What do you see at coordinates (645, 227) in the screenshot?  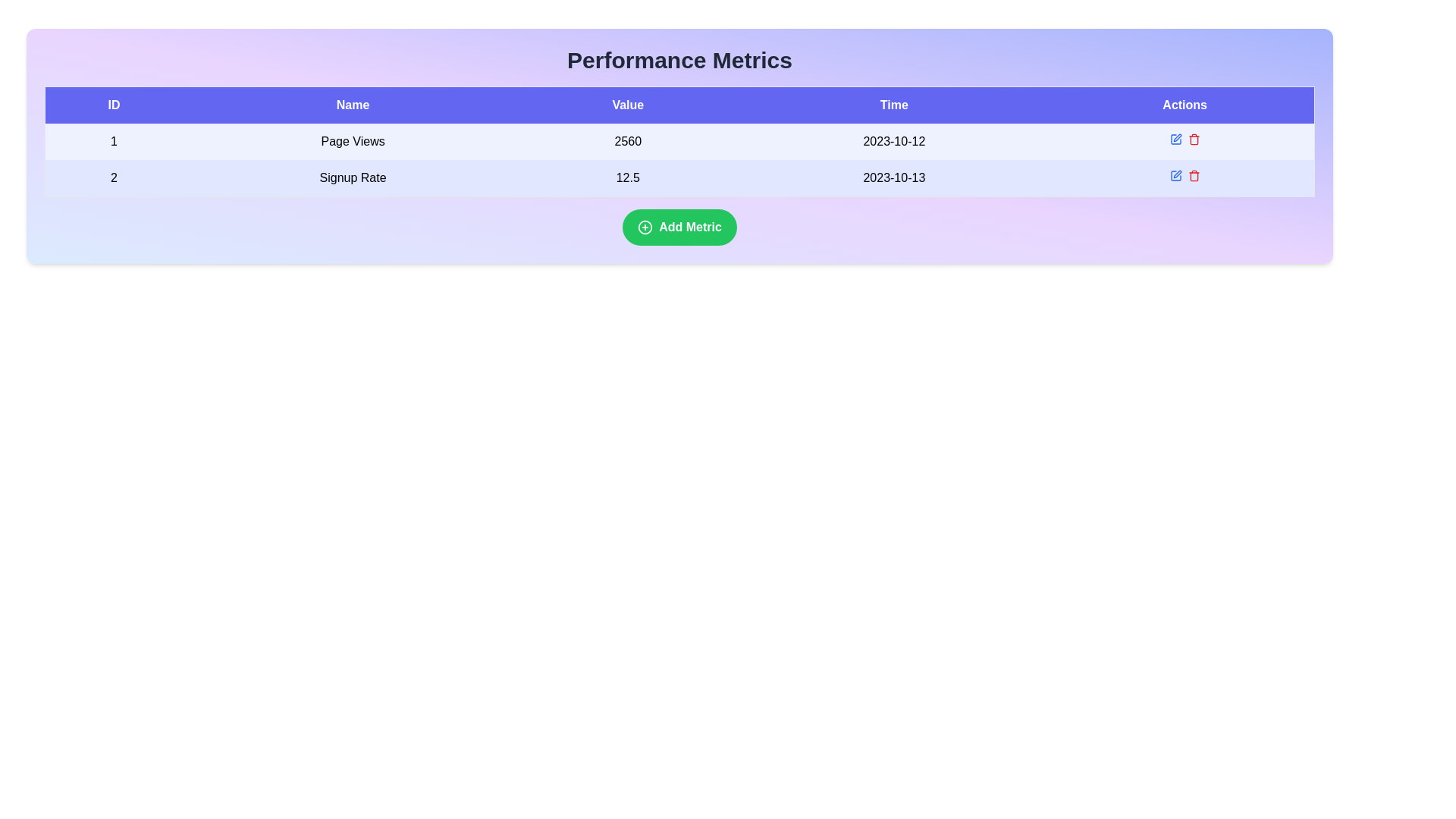 I see `the SVG icon located inside the 'Add Metric' button at the bottom center of the table interface` at bounding box center [645, 227].